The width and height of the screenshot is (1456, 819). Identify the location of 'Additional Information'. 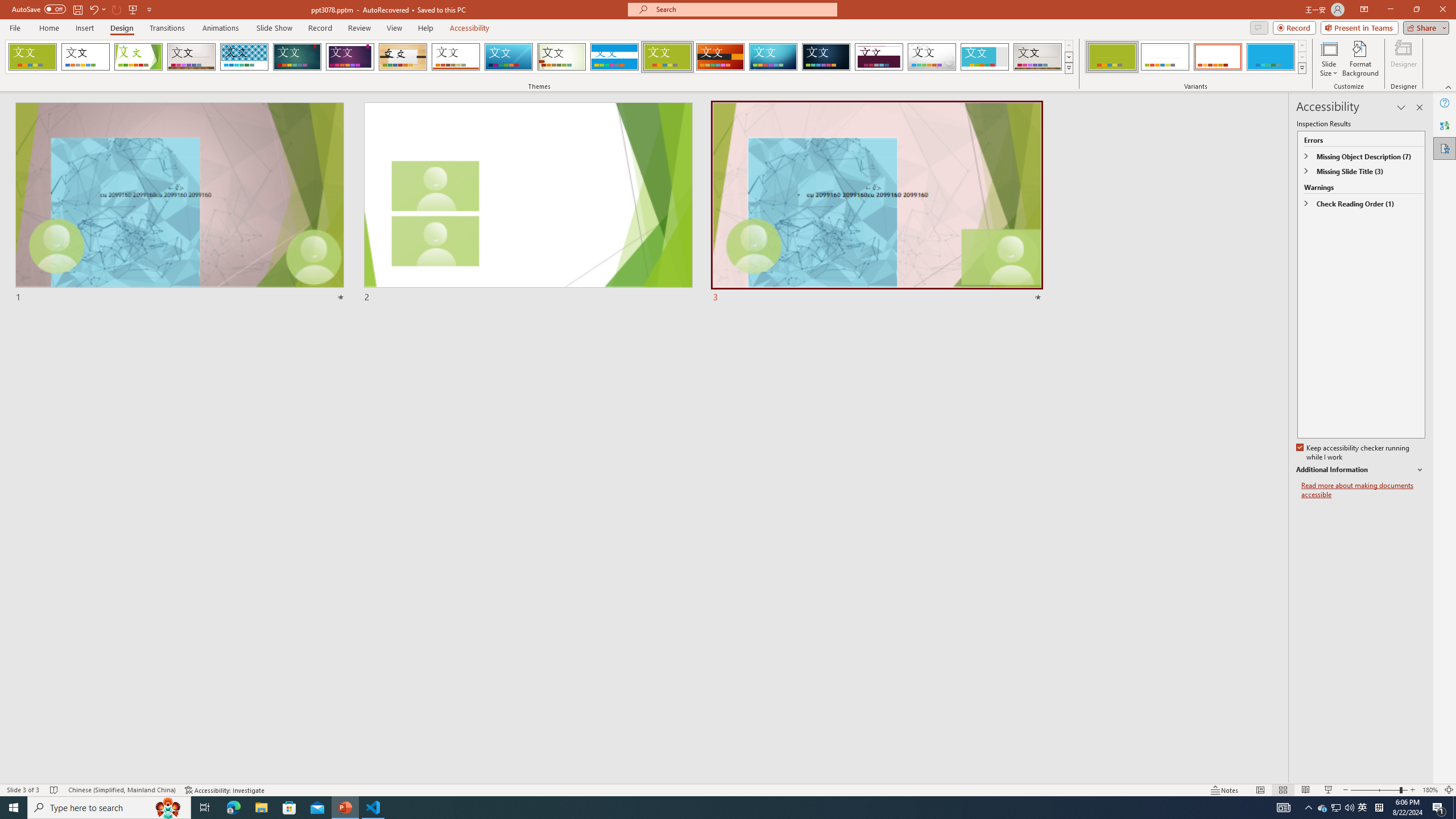
(1360, 470).